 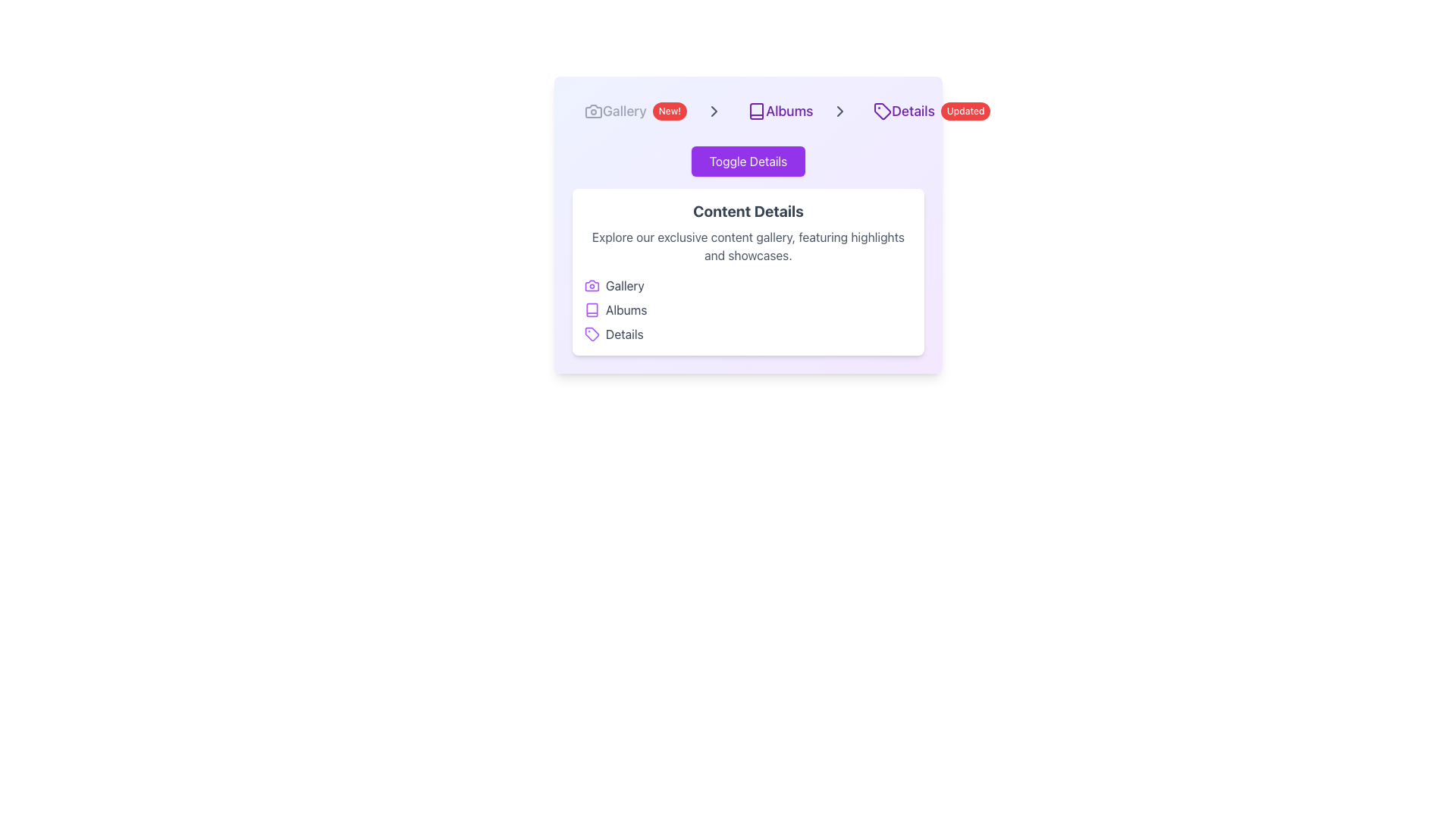 What do you see at coordinates (591, 286) in the screenshot?
I see `the small purple camera icon located to the left of the 'Gallery' text in the list of items` at bounding box center [591, 286].